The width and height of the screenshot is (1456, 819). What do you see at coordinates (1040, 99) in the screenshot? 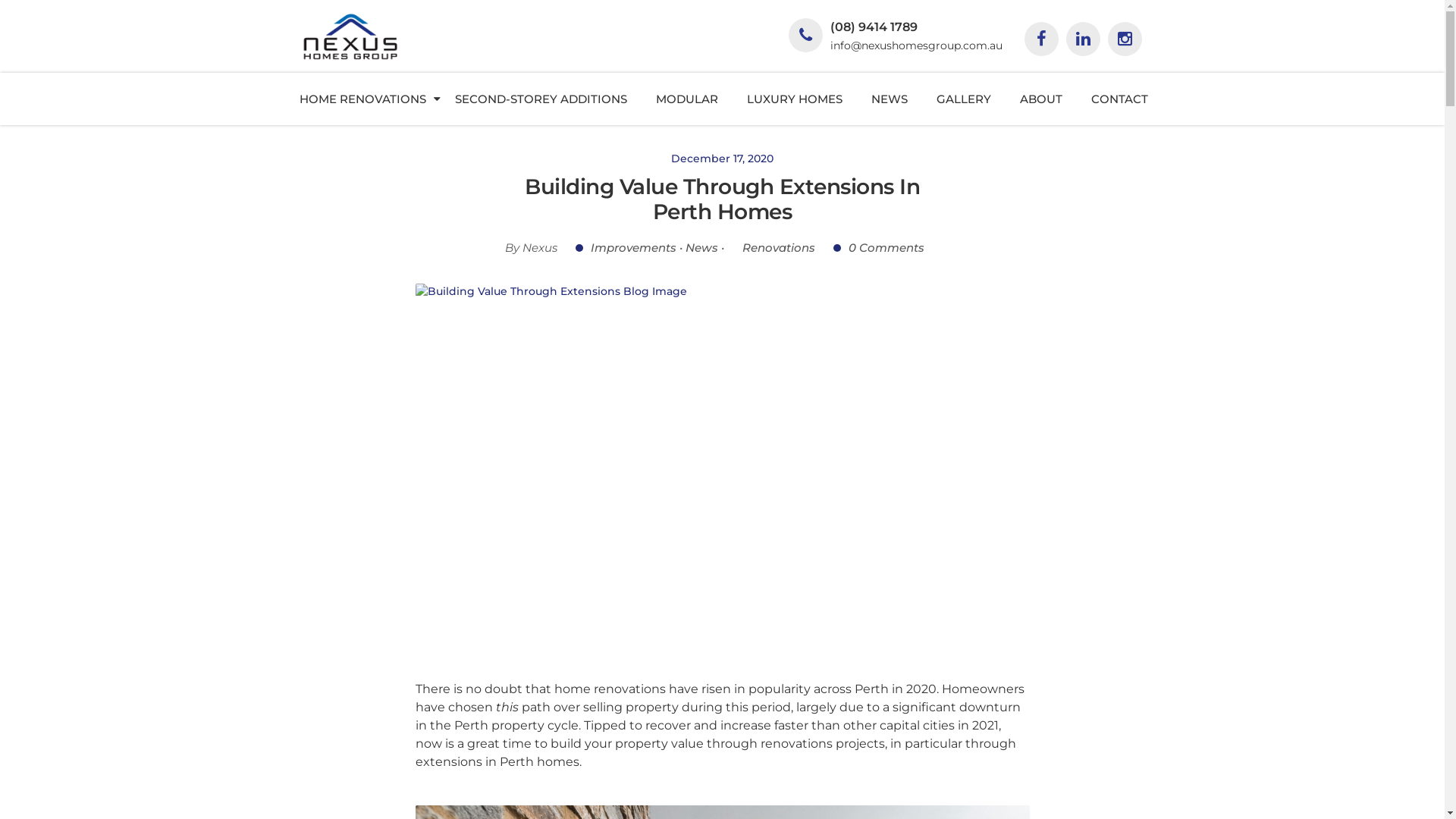
I see `'ABOUT'` at bounding box center [1040, 99].